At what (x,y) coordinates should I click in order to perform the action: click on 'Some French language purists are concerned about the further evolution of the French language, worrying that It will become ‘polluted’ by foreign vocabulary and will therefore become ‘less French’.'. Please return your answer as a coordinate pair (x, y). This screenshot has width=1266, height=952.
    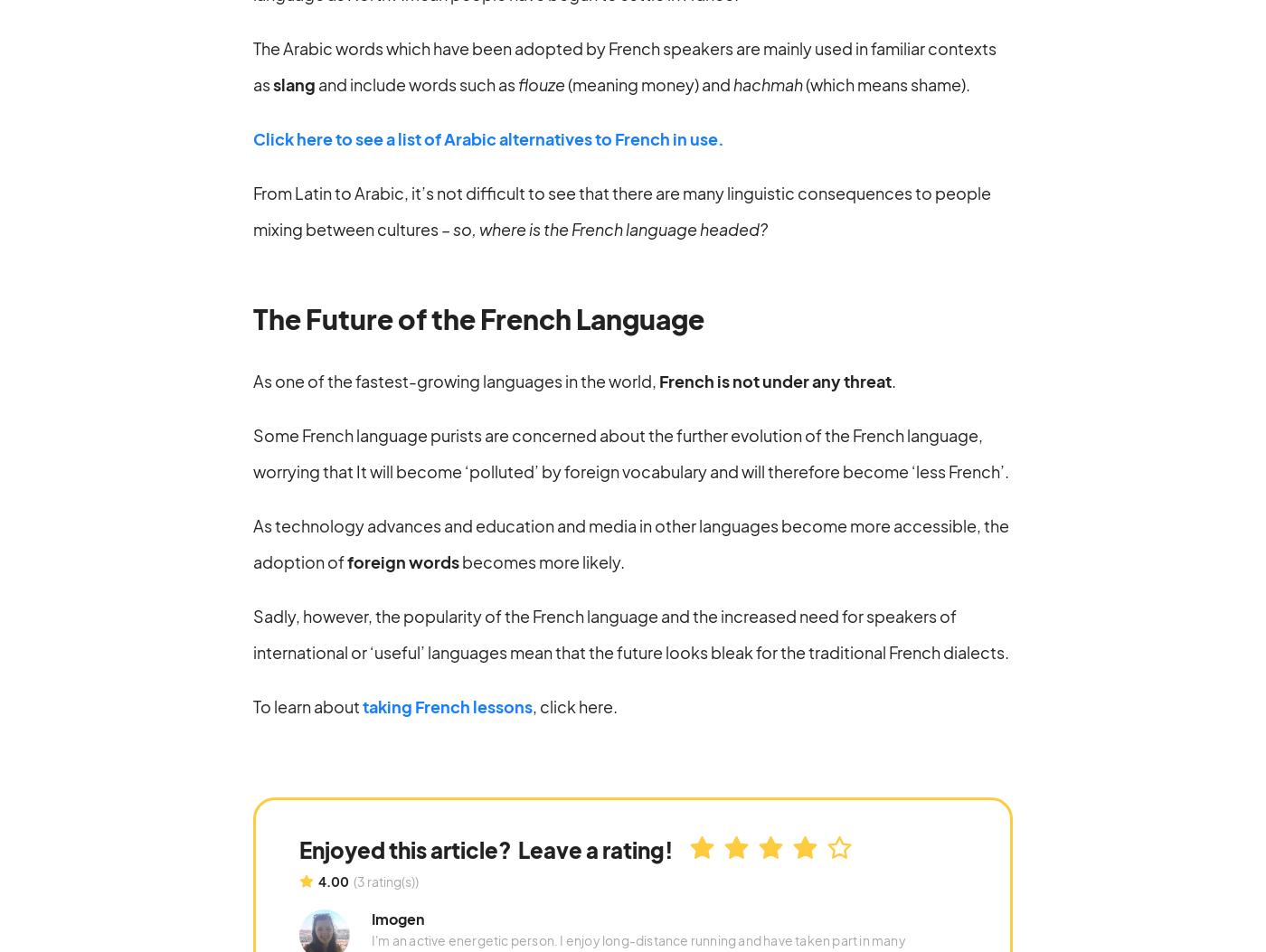
    Looking at the image, I should click on (631, 452).